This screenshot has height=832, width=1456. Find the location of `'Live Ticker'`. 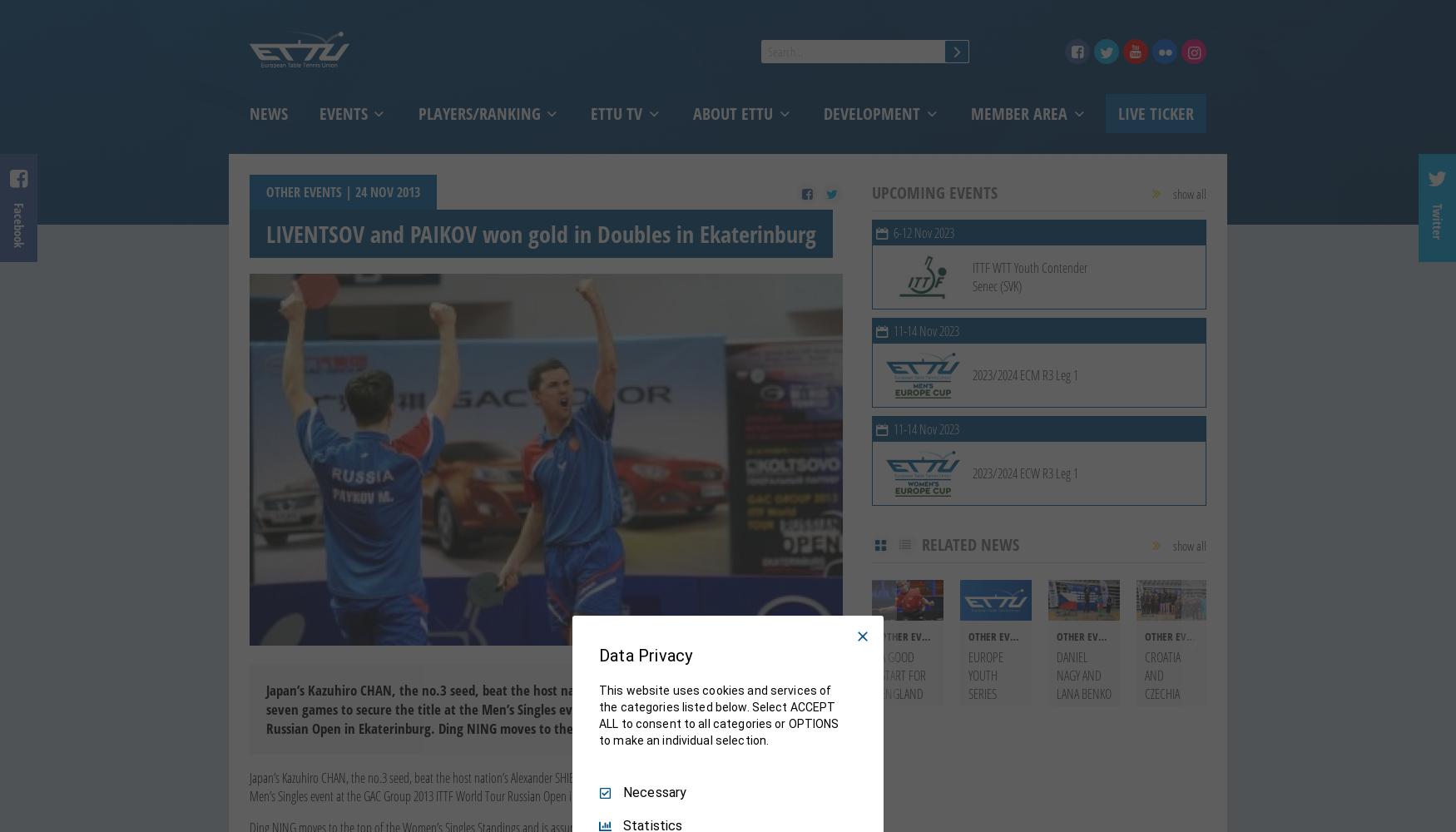

'Live Ticker' is located at coordinates (1154, 113).